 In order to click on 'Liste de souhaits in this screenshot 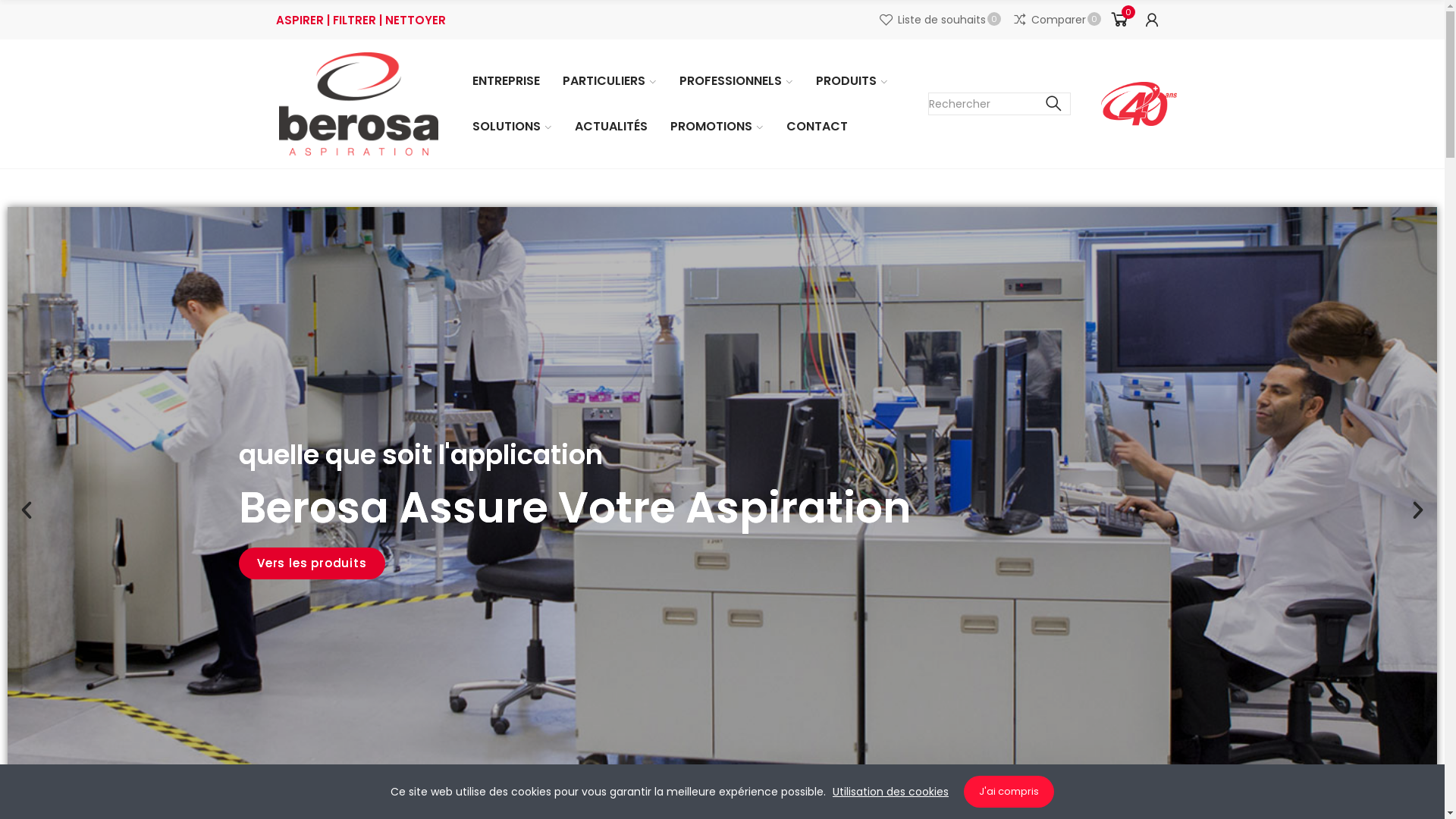, I will do `click(939, 20)`.